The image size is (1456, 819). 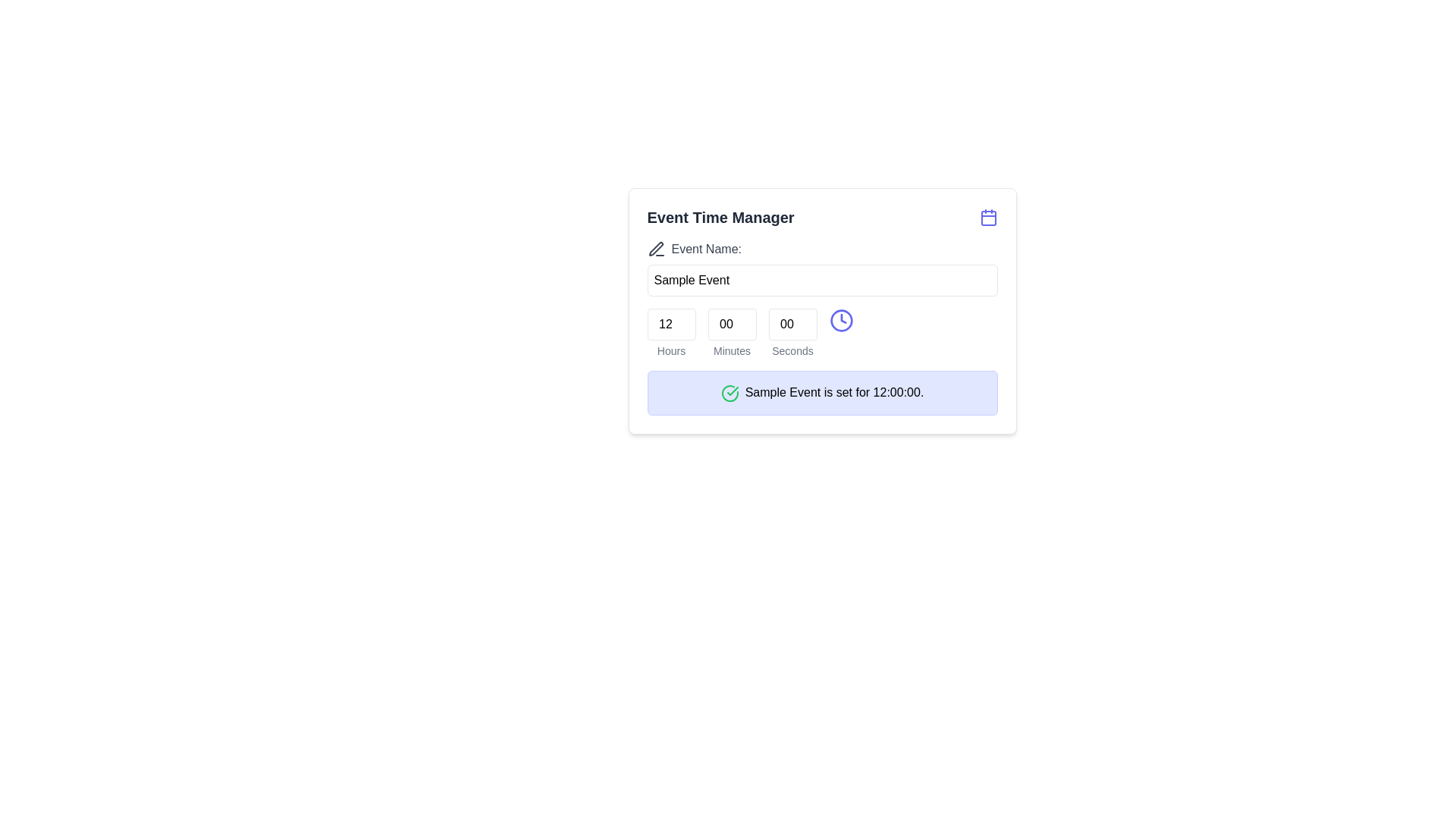 What do you see at coordinates (988, 218) in the screenshot?
I see `the graphical icon component of the calendar icon located at the top right corner of the dialog` at bounding box center [988, 218].